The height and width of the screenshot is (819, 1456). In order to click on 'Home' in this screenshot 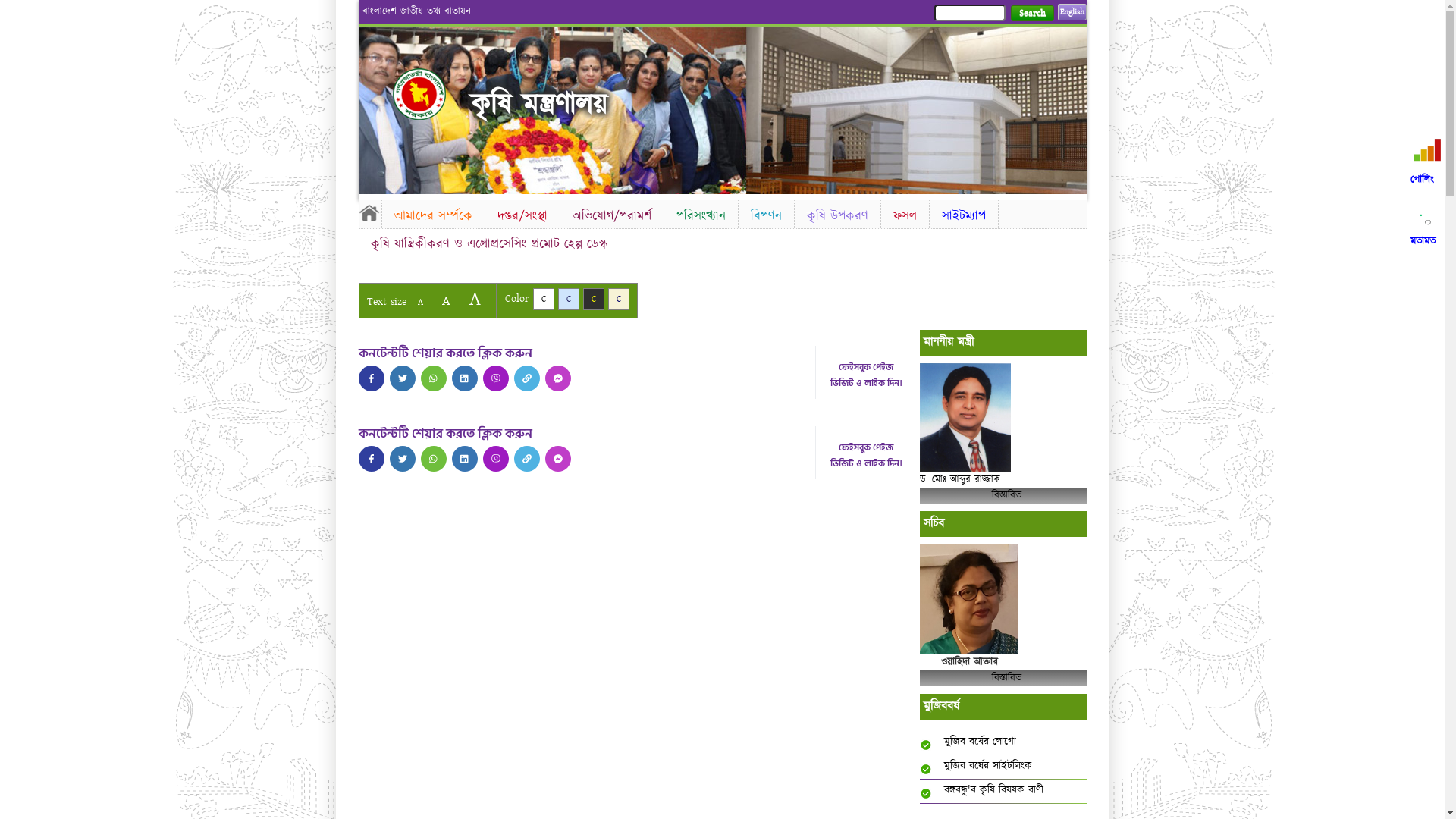, I will do `click(431, 93)`.